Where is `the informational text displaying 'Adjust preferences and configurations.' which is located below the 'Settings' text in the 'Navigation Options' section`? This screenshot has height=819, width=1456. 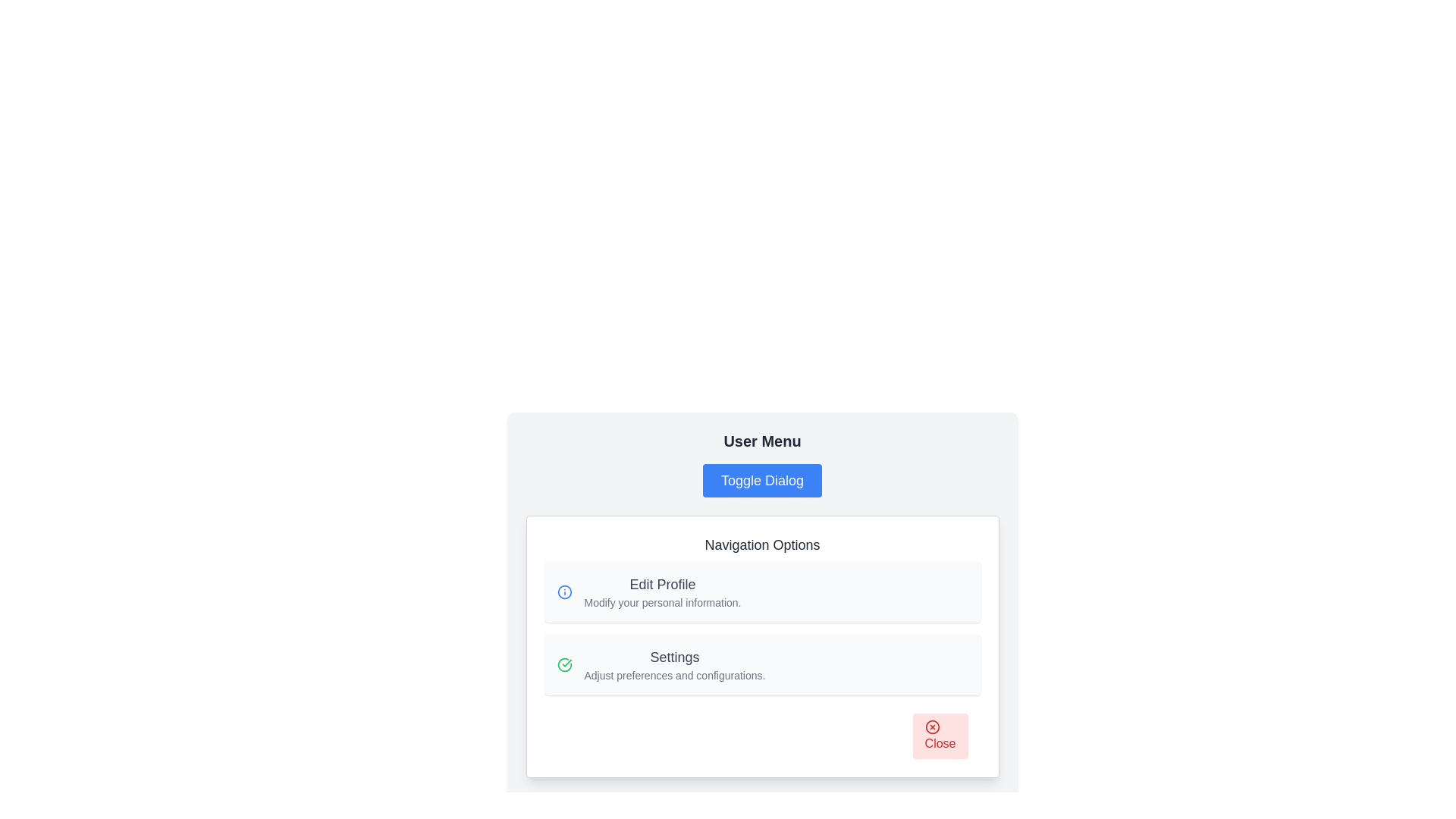 the informational text displaying 'Adjust preferences and configurations.' which is located below the 'Settings' text in the 'Navigation Options' section is located at coordinates (673, 675).